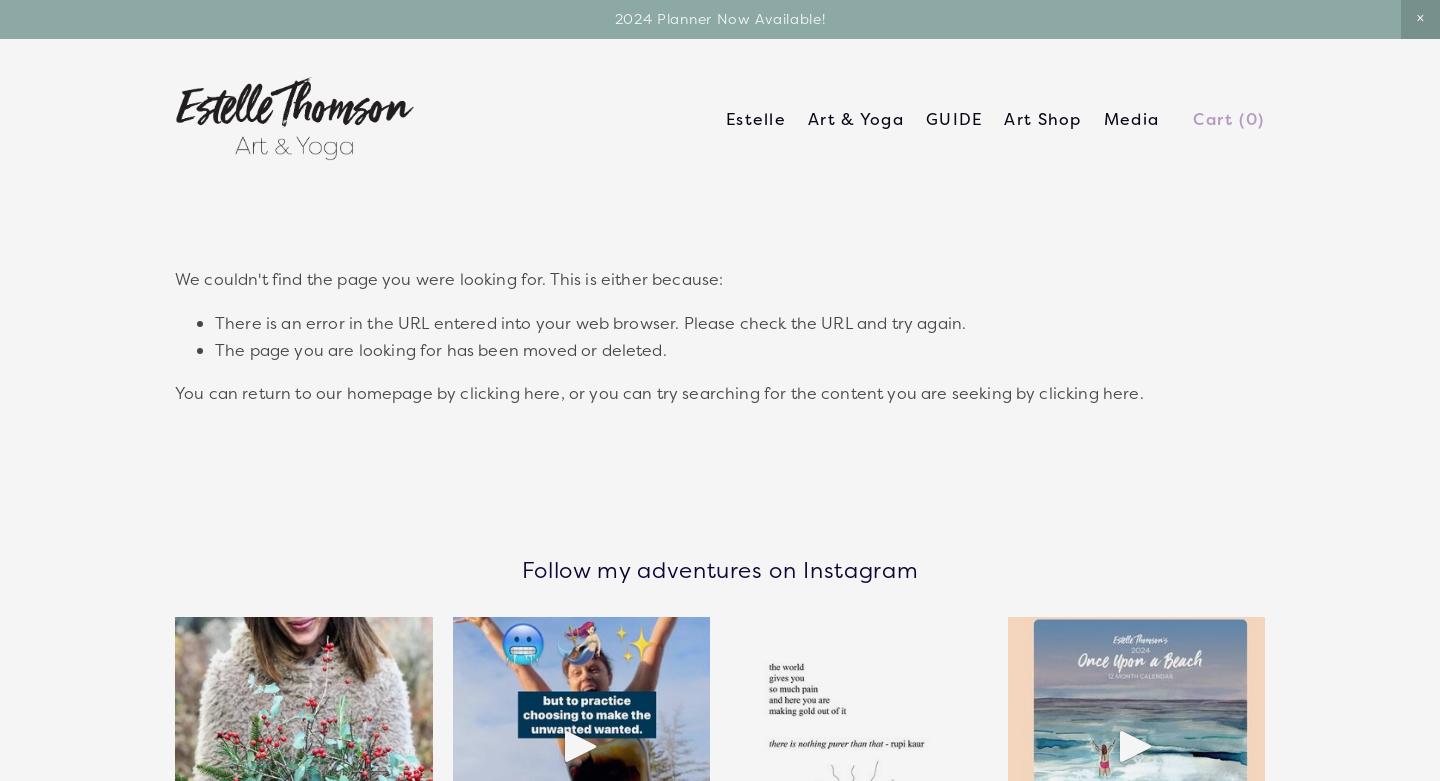 This screenshot has height=781, width=1440. Describe the element at coordinates (799, 390) in the screenshot. I see `', or you can try searching for the
  content you are seeking by'` at that location.